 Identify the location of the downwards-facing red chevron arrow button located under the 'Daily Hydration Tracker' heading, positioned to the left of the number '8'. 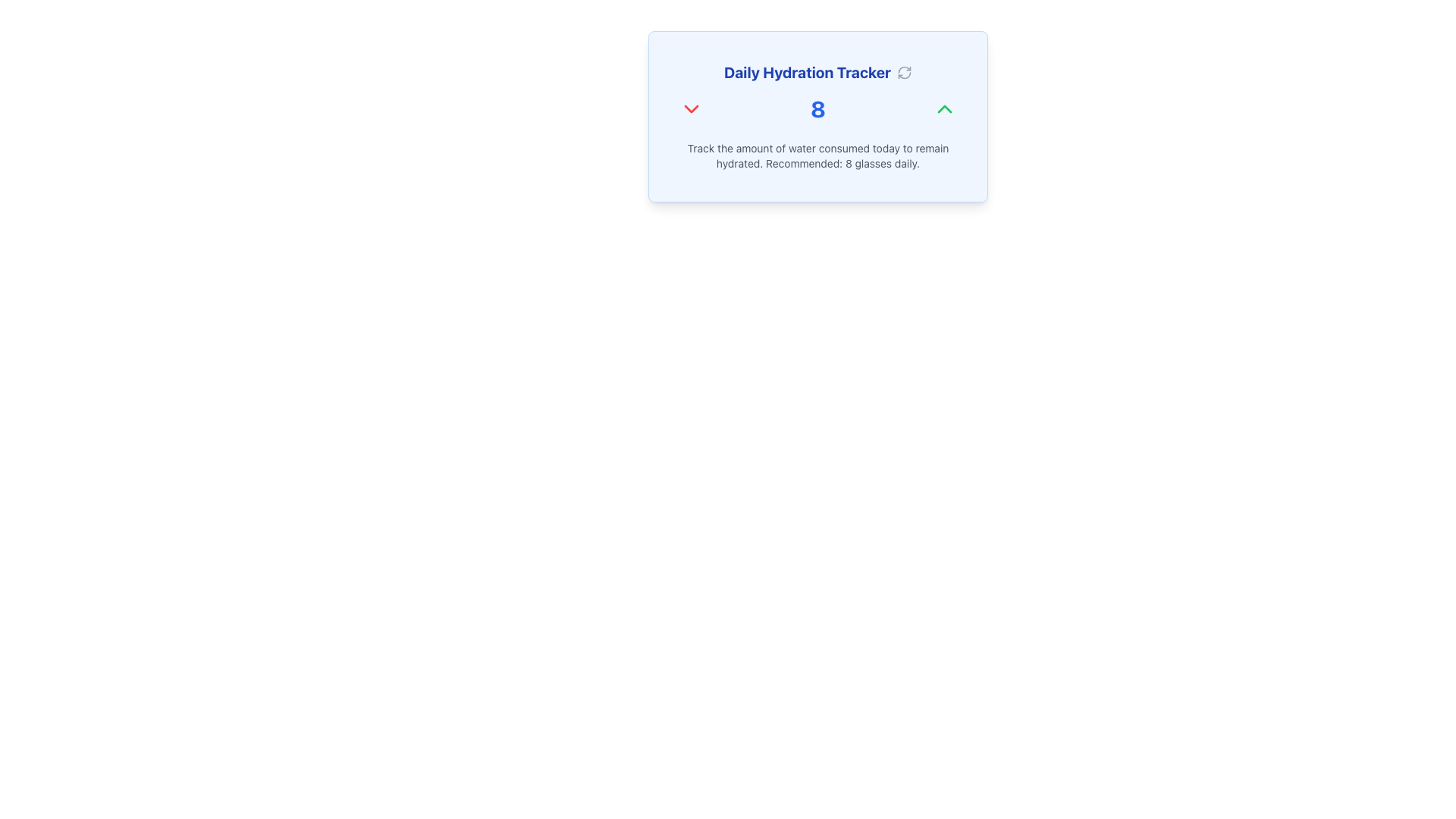
(691, 108).